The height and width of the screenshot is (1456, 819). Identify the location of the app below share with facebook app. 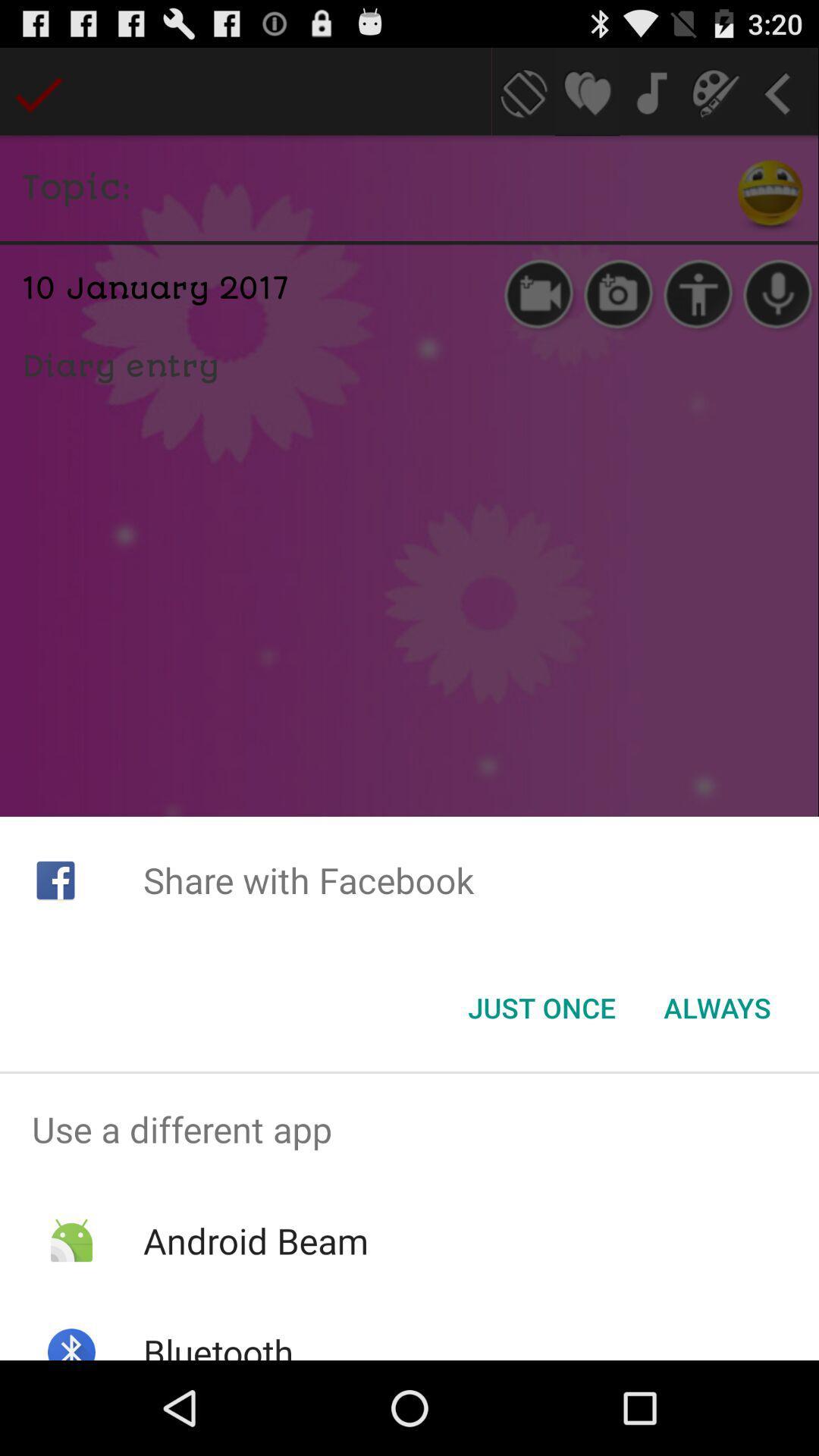
(541, 1008).